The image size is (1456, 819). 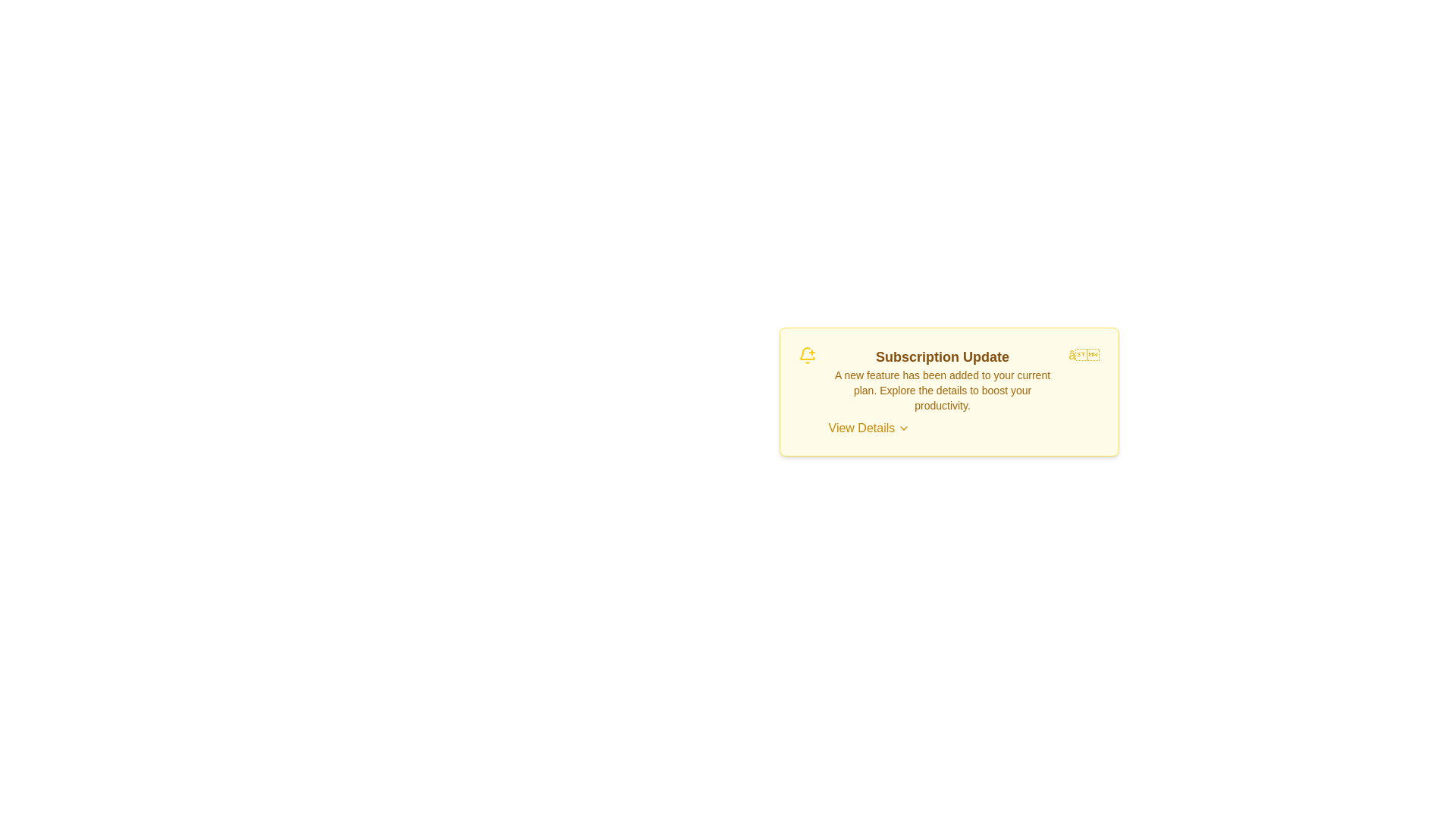 I want to click on the notification area to observe hover effects, so click(x=948, y=391).